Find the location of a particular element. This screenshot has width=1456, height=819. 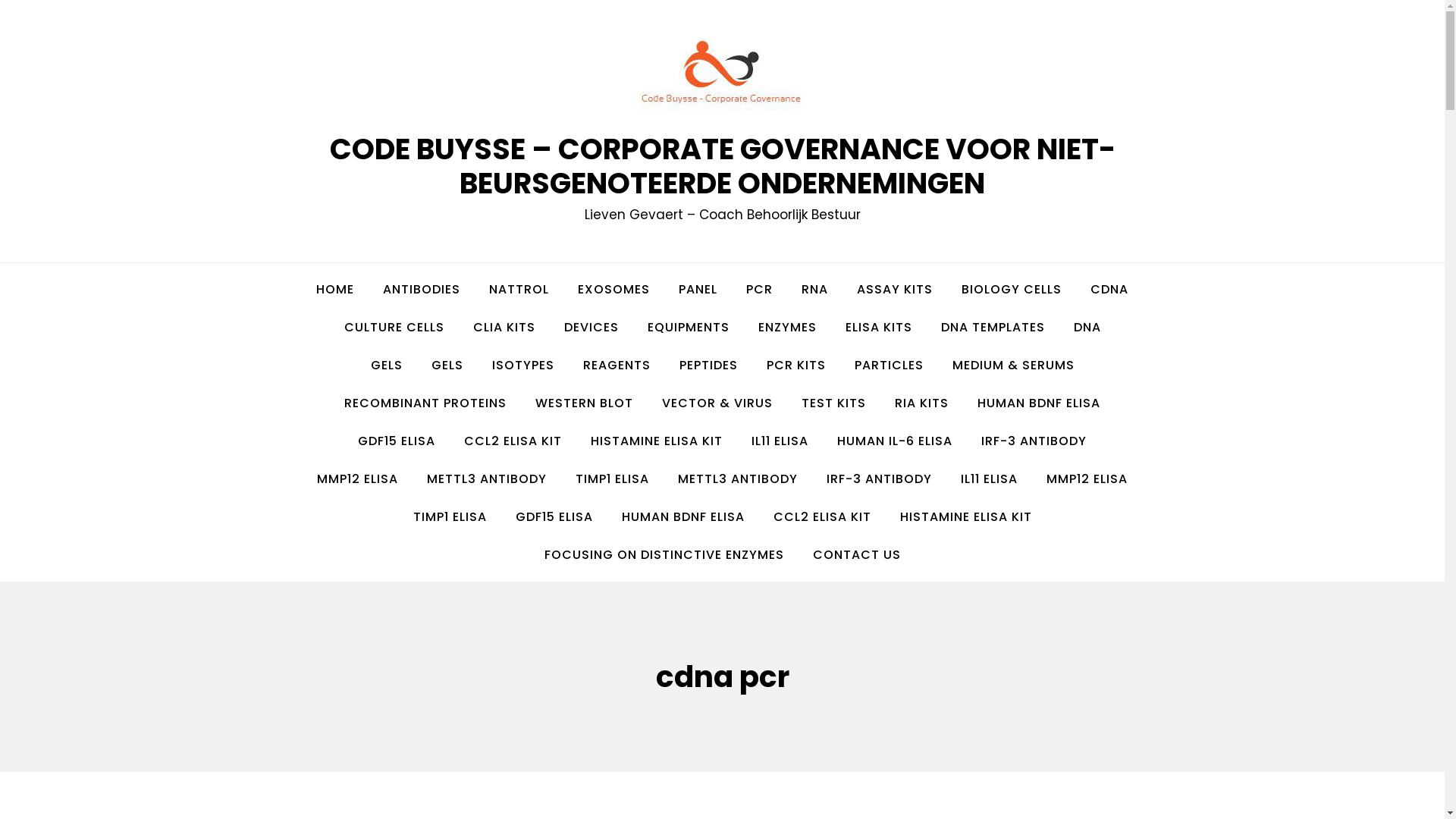

'RECOMBINANT PROTEINS' is located at coordinates (425, 403).